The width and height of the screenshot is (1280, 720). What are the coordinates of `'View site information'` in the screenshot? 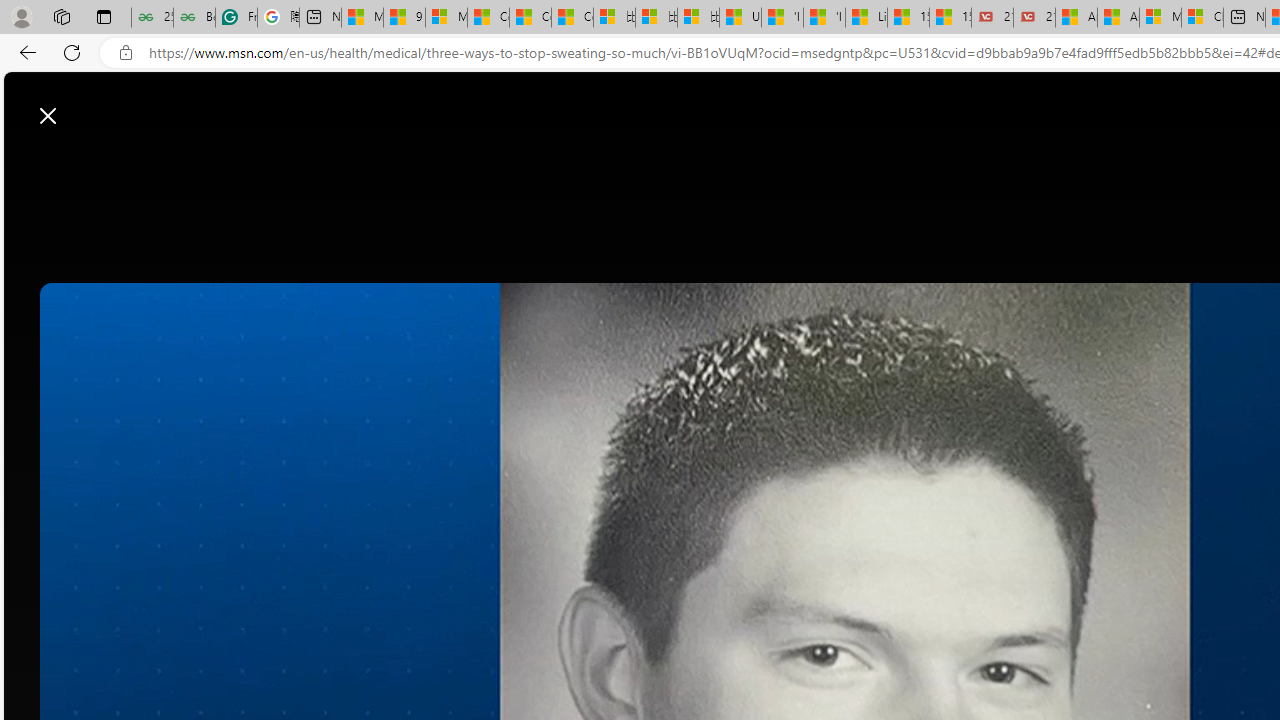 It's located at (125, 52).